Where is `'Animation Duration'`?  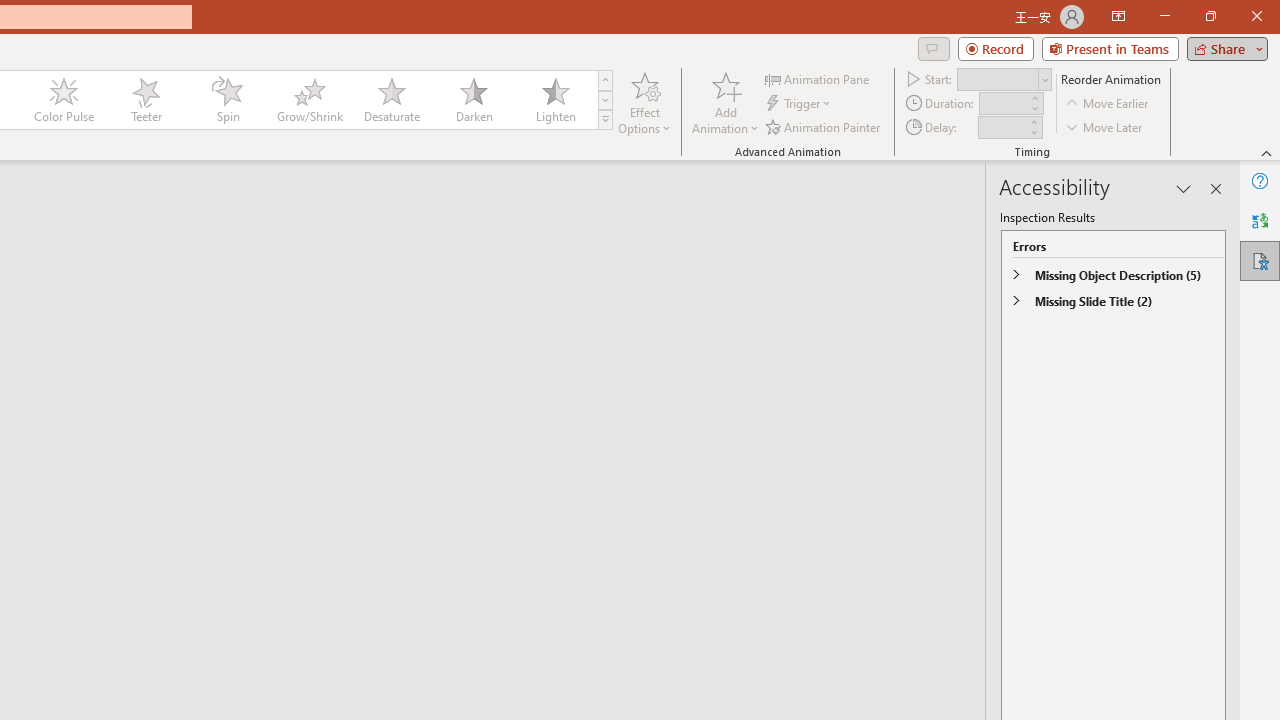
'Animation Duration' is located at coordinates (1003, 103).